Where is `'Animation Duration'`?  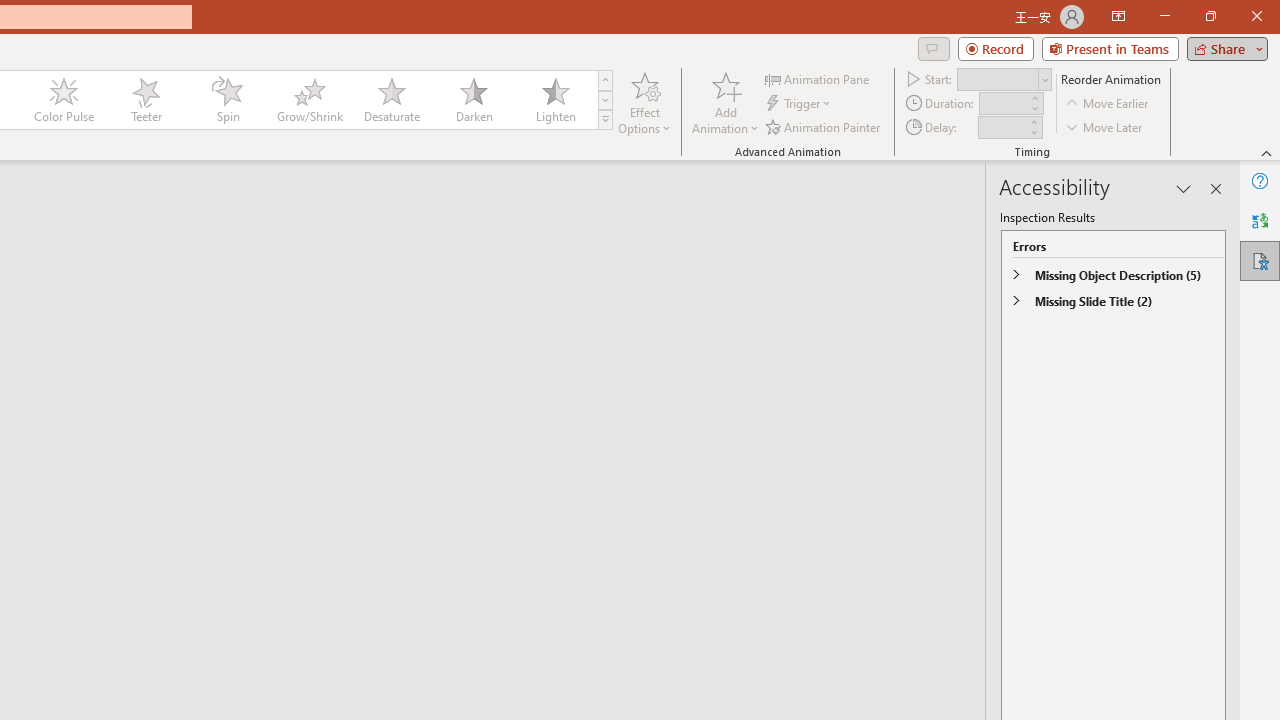
'Animation Duration' is located at coordinates (1003, 103).